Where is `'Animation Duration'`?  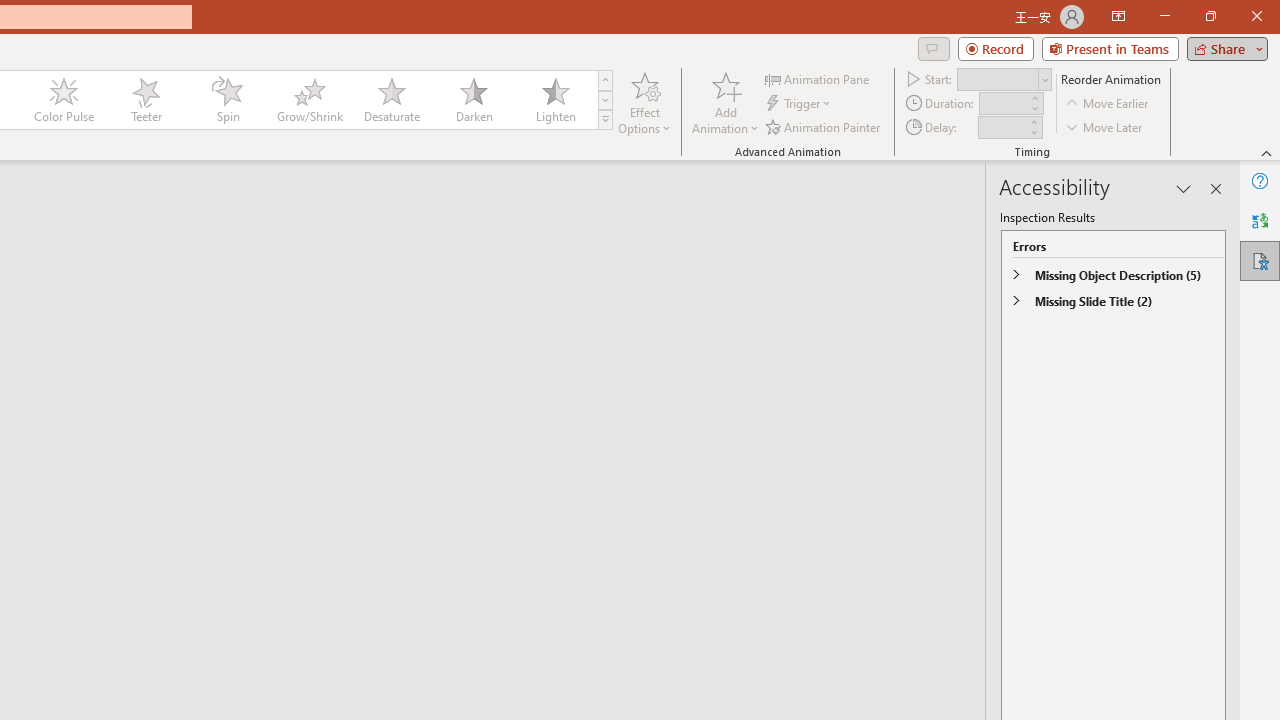
'Animation Duration' is located at coordinates (1003, 103).